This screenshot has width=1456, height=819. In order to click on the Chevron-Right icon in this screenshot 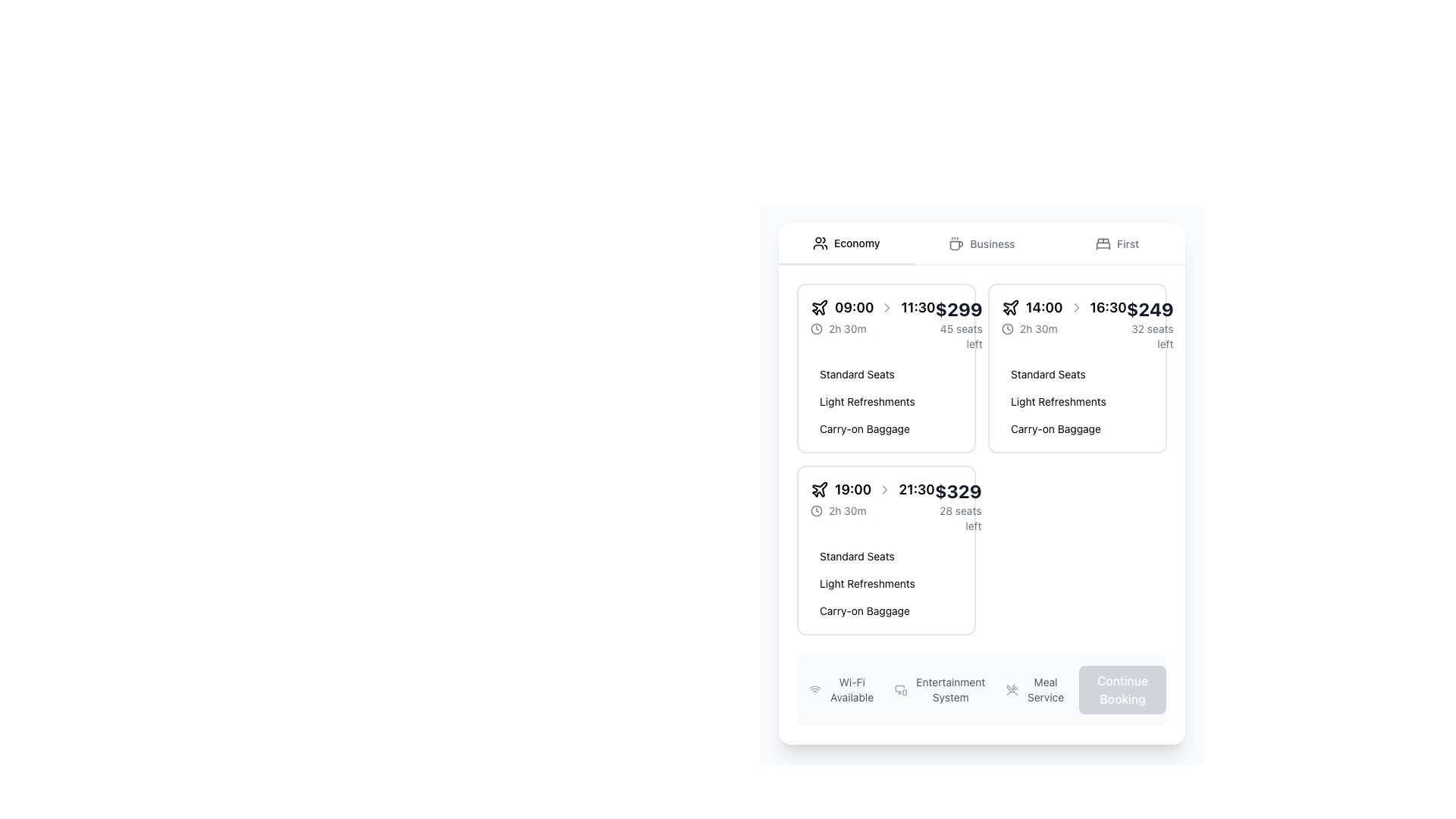, I will do `click(887, 307)`.